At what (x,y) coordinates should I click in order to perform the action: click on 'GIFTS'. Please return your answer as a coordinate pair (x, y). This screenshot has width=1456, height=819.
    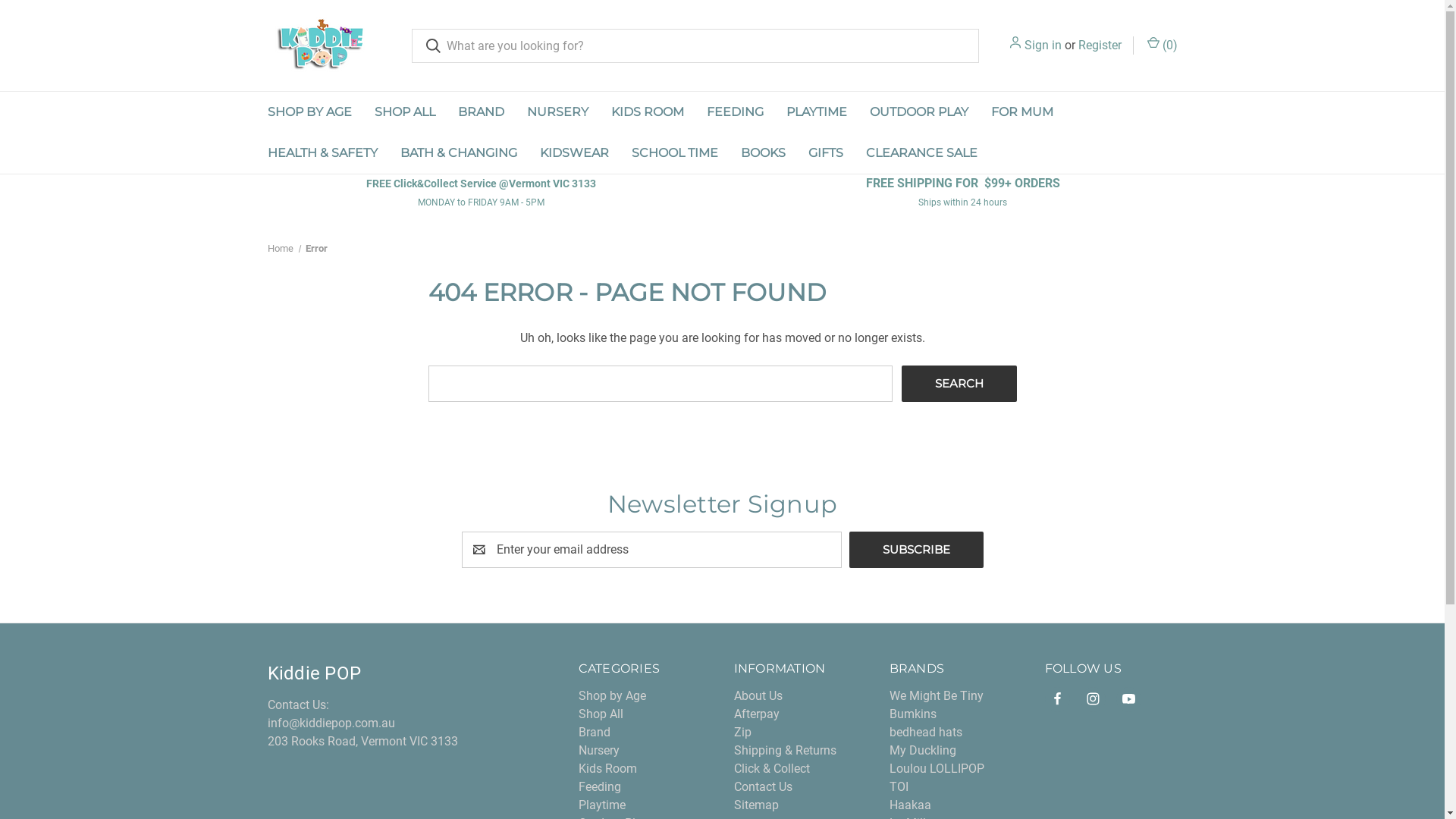
    Looking at the image, I should click on (824, 152).